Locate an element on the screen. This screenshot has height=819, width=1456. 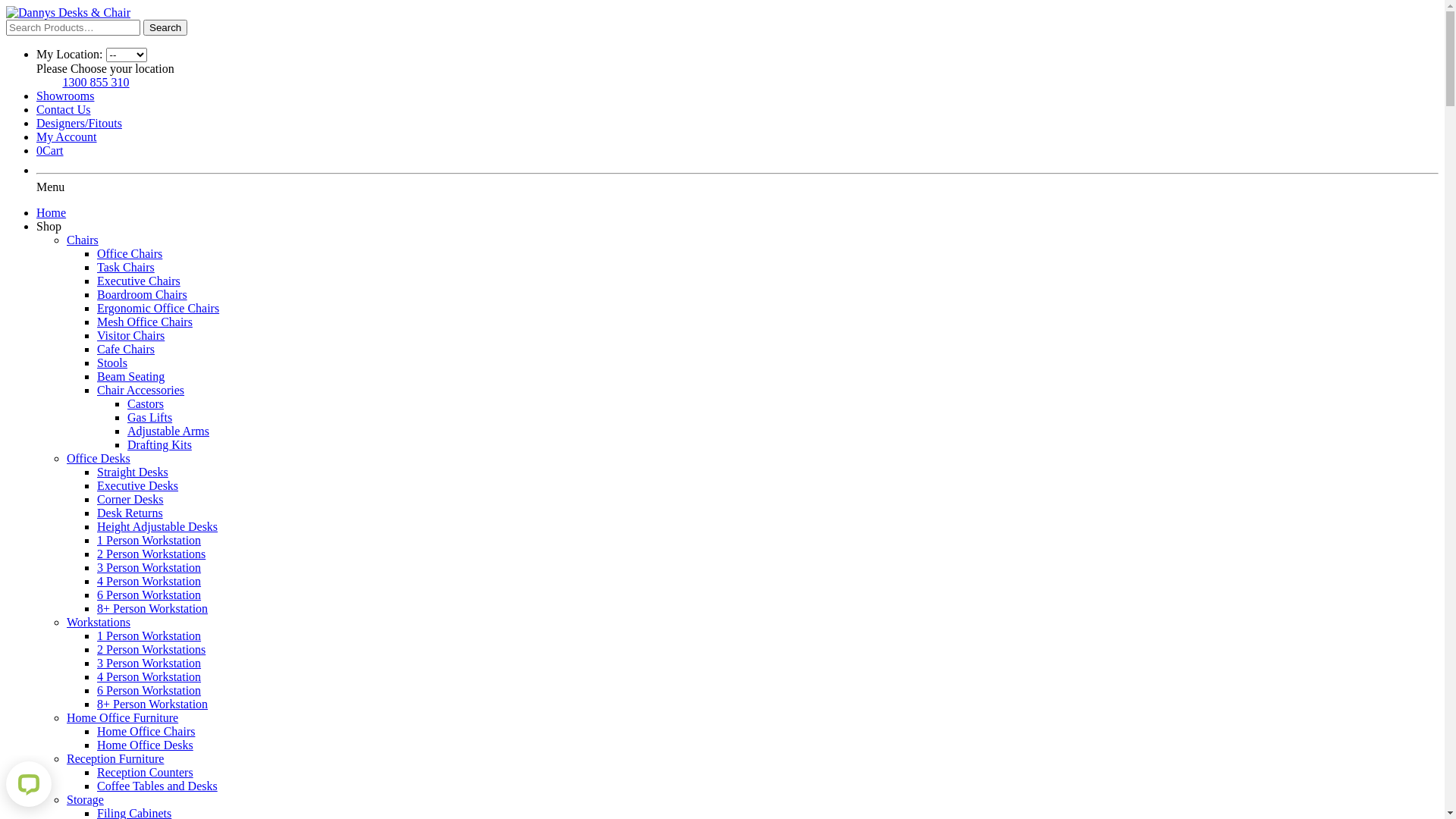
'Castors' is located at coordinates (127, 403).